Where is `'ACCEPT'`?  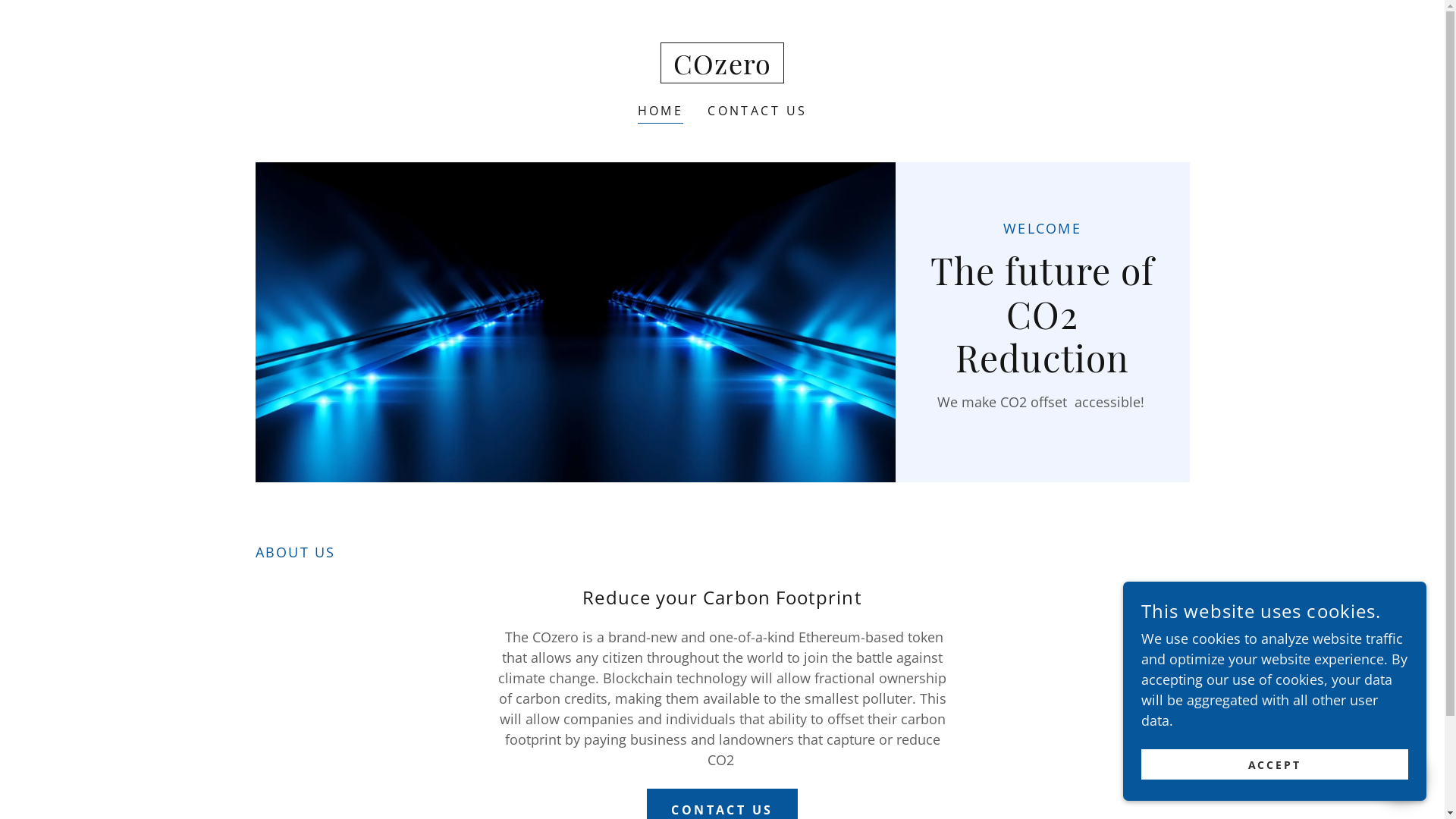 'ACCEPT' is located at coordinates (1274, 764).